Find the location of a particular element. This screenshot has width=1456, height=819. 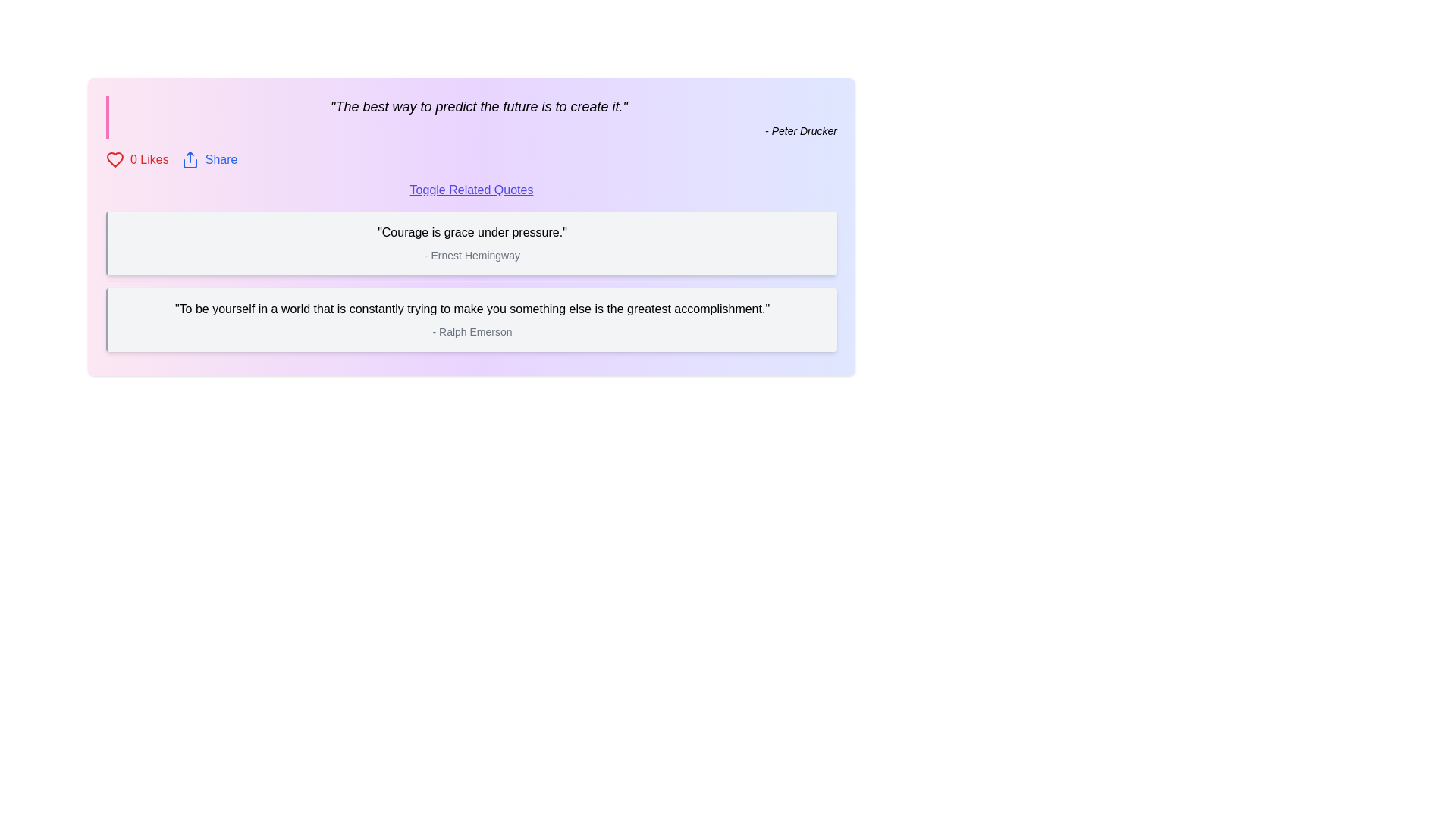

the red heart-shaped icon representing a like or favorite feature, located to the left of the '0 Likes' text is located at coordinates (115, 160).